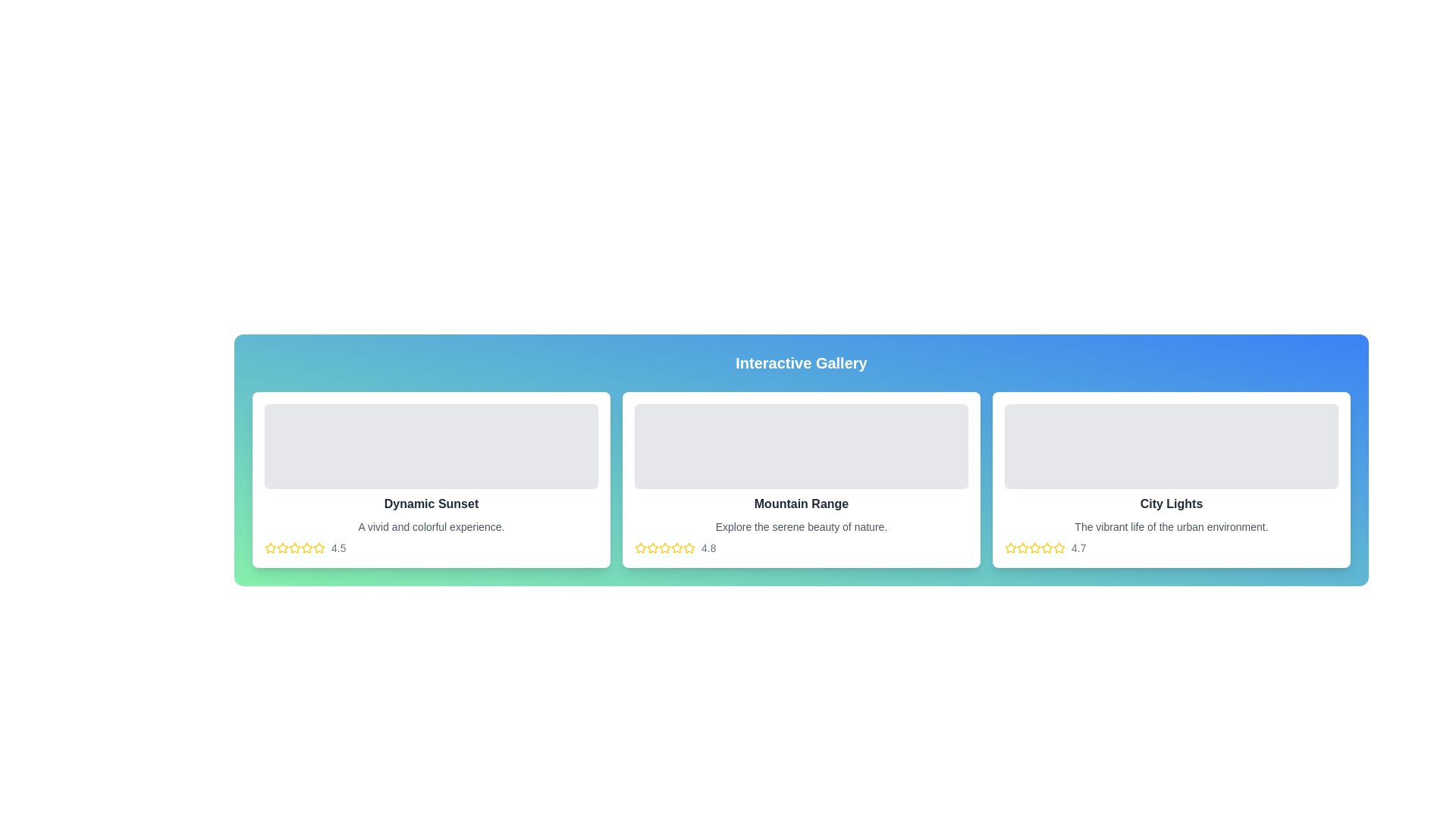 The height and width of the screenshot is (819, 1456). Describe the element at coordinates (283, 548) in the screenshot. I see `the third graphical star icon representing a part of the rating score for 'Dynamic Sunset'` at that location.